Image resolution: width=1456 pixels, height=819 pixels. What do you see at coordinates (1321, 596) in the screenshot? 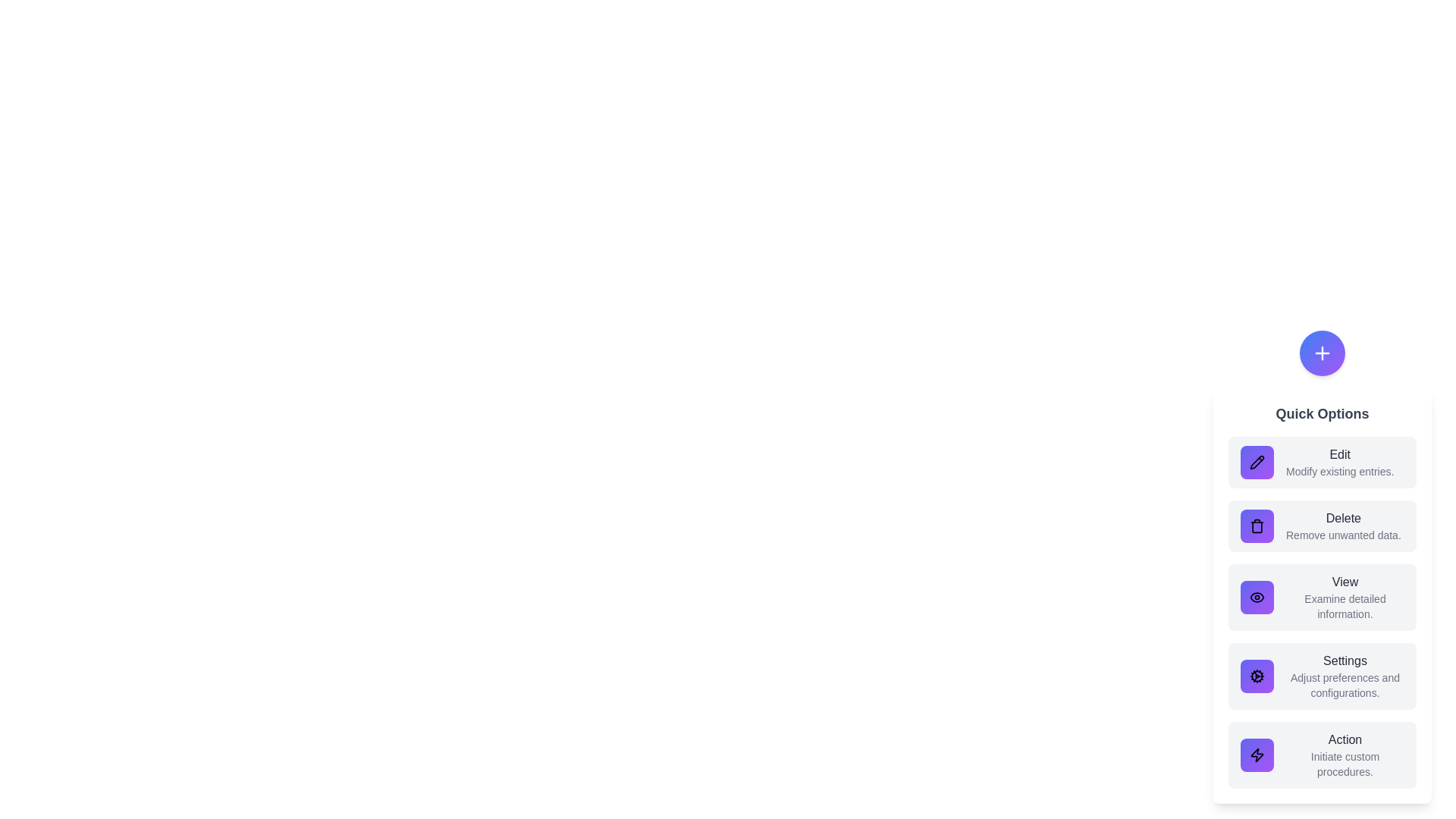
I see `the View option from the list` at bounding box center [1321, 596].